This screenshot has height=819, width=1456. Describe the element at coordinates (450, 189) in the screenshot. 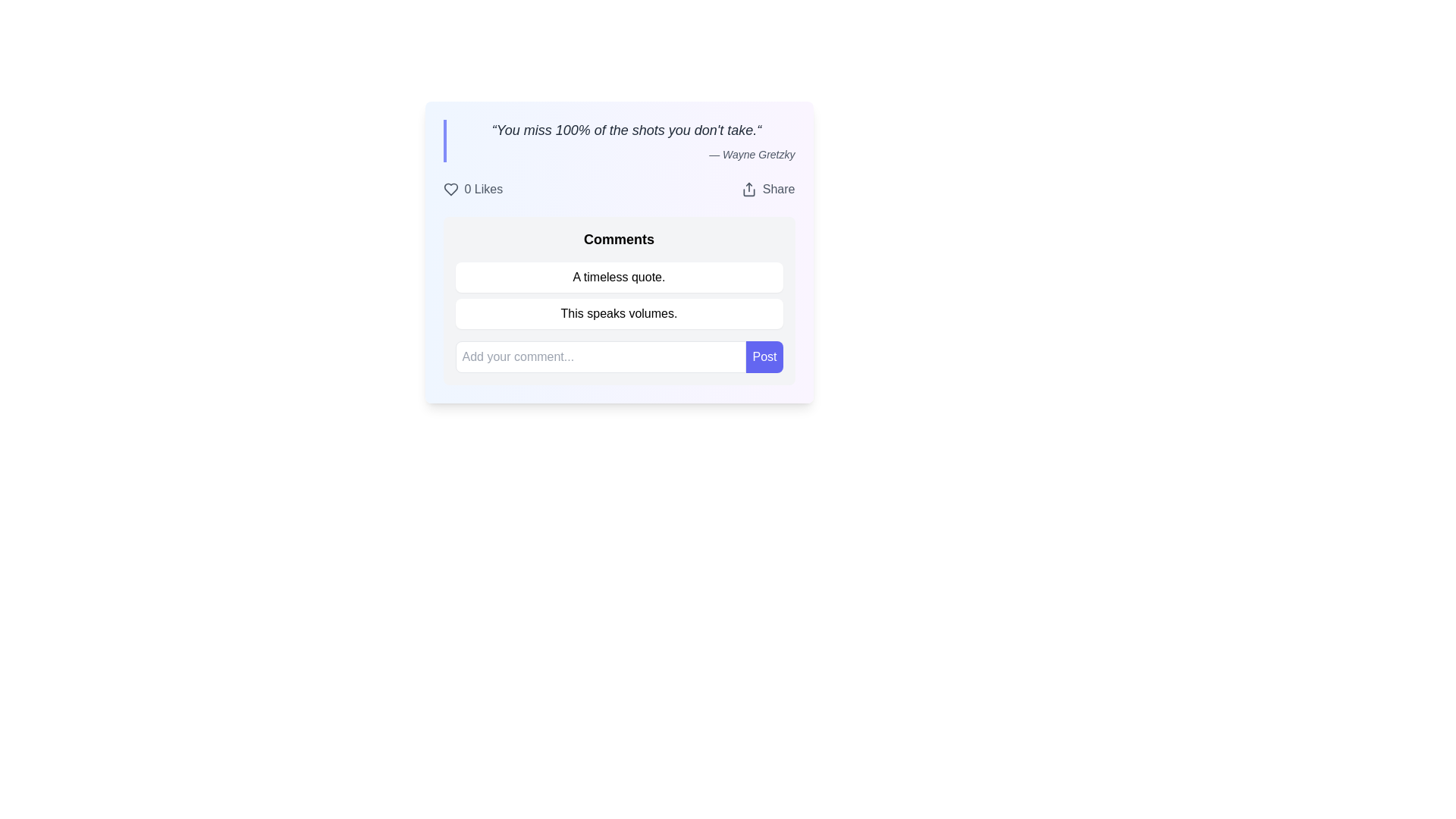

I see `the heart shape icon located in the top-left section of the interface, adjacent to the text '0 Likes', as part of the interface` at that location.